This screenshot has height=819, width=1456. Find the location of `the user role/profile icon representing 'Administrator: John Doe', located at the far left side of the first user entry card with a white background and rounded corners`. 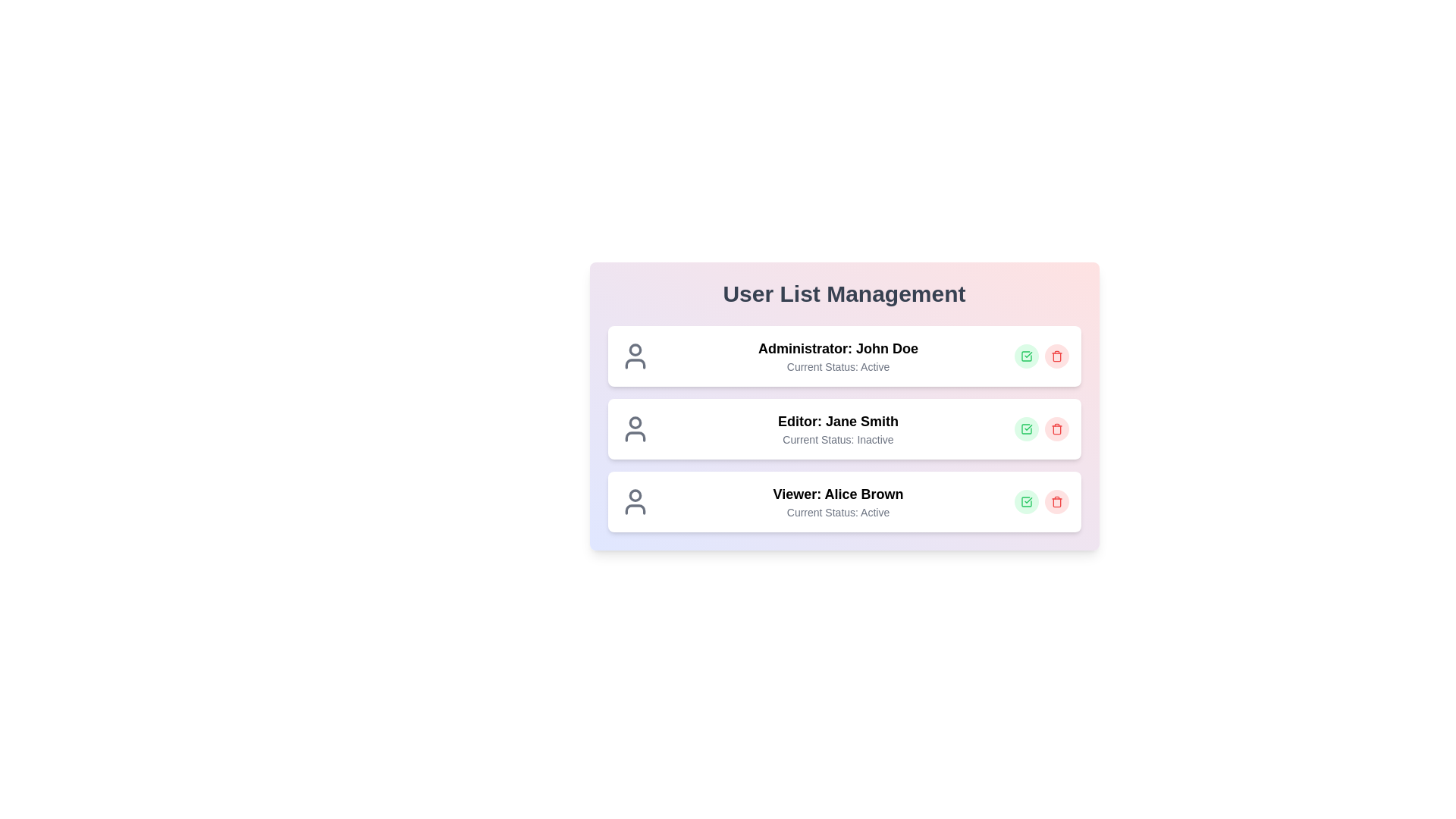

the user role/profile icon representing 'Administrator: John Doe', located at the far left side of the first user entry card with a white background and rounded corners is located at coordinates (635, 356).